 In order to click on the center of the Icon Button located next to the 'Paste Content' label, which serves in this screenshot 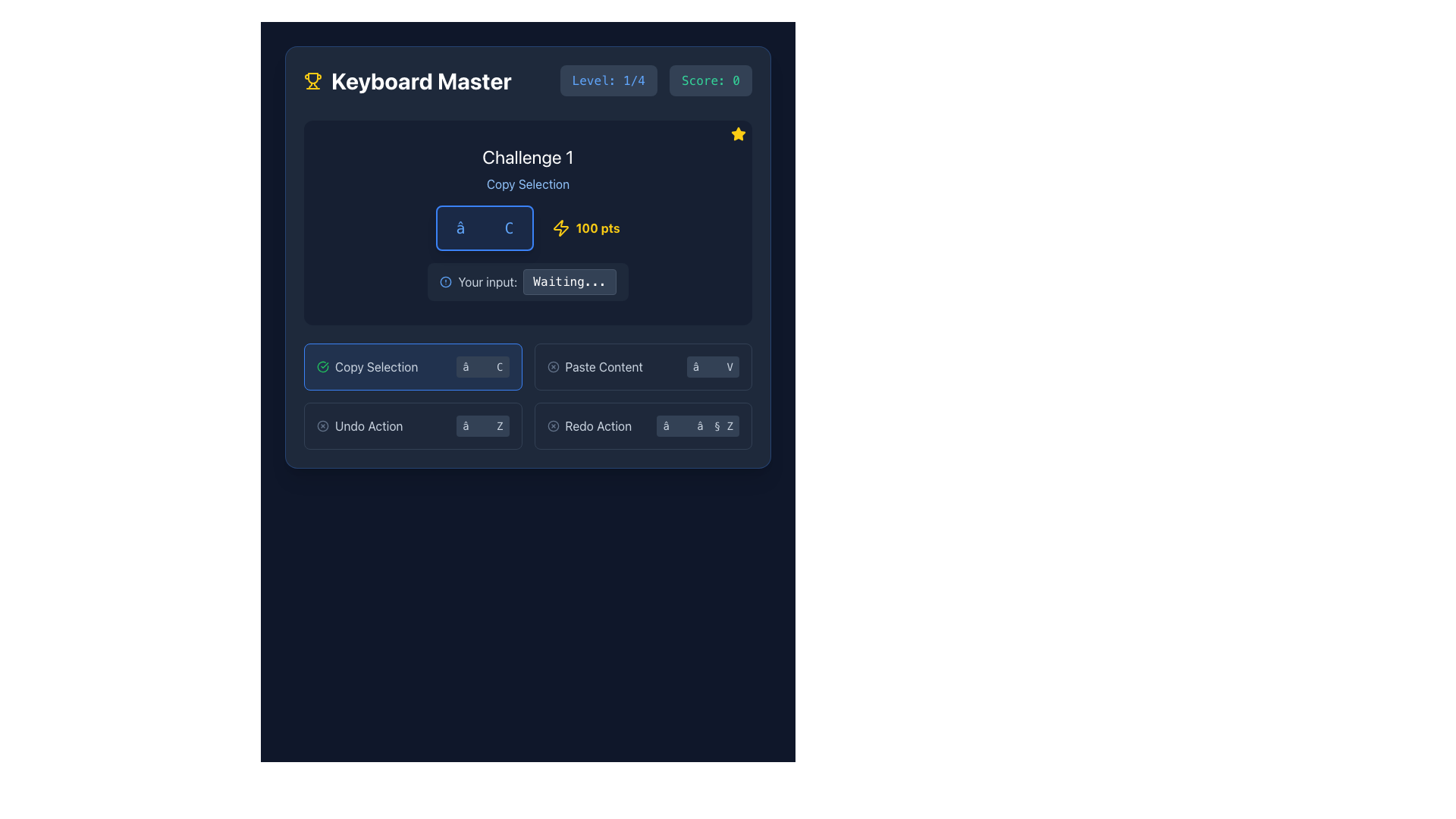, I will do `click(552, 366)`.